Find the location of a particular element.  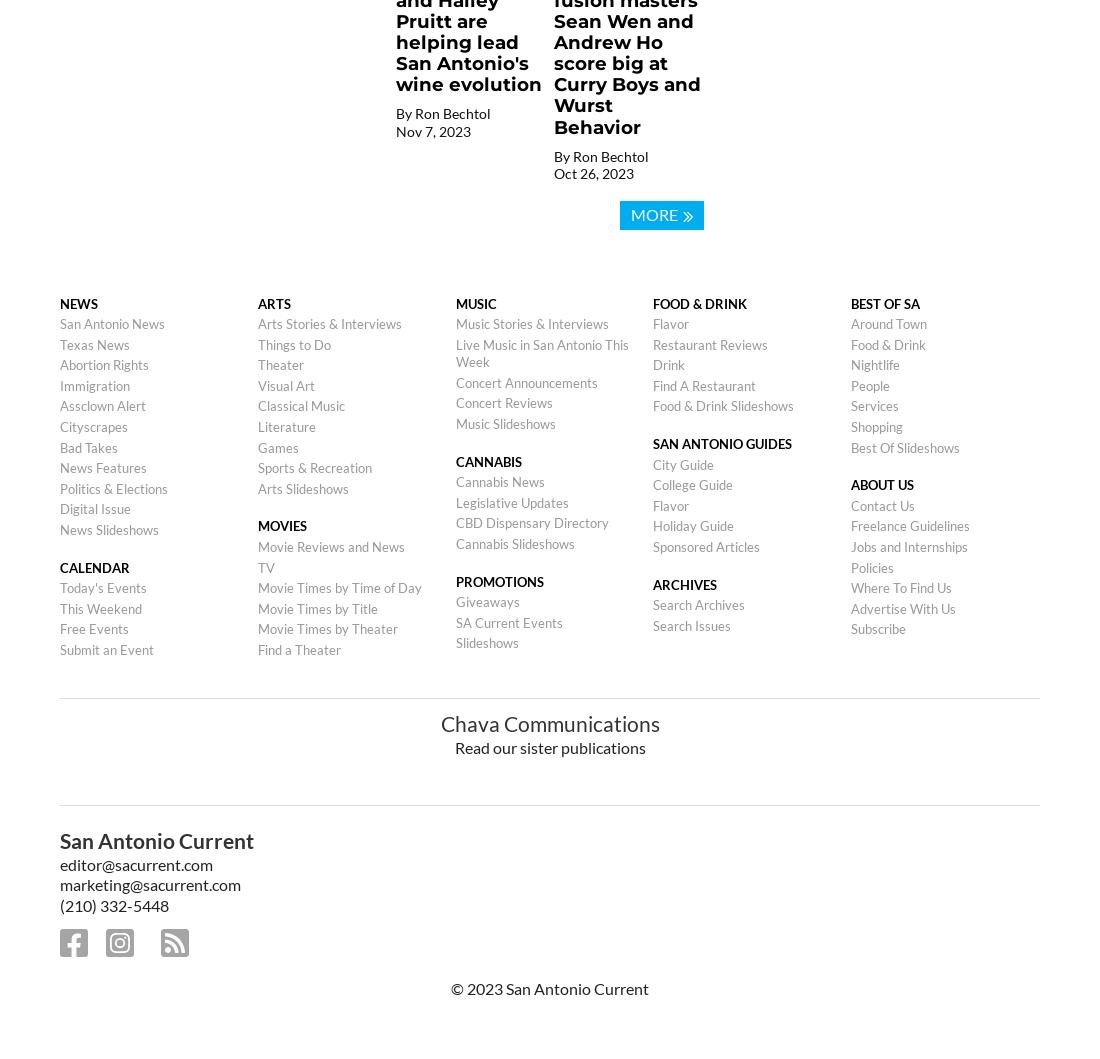

'Live Music in San Antonio This Week' is located at coordinates (541, 351).